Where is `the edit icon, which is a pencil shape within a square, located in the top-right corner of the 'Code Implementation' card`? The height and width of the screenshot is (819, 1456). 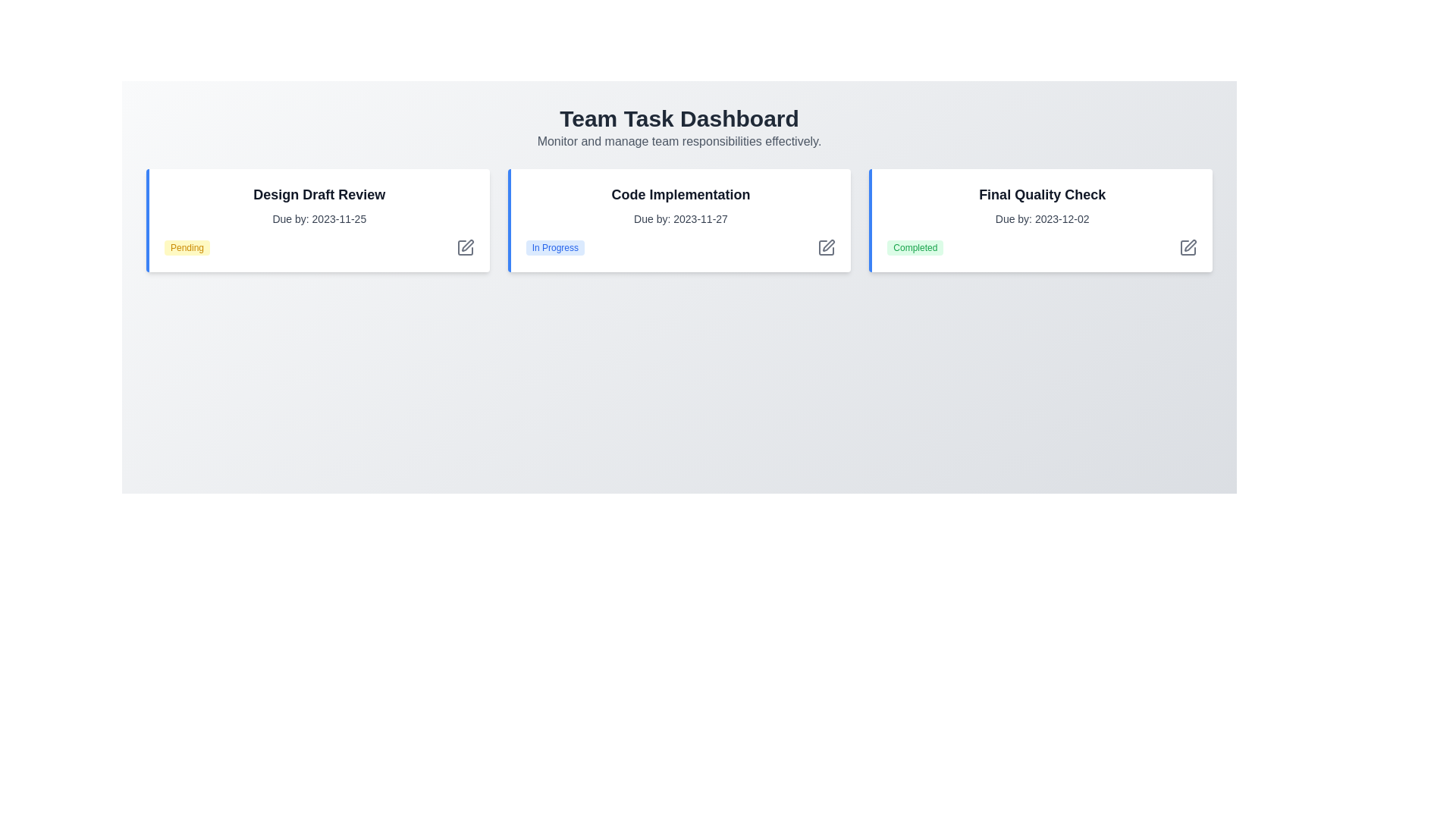
the edit icon, which is a pencil shape within a square, located in the top-right corner of the 'Code Implementation' card is located at coordinates (826, 247).